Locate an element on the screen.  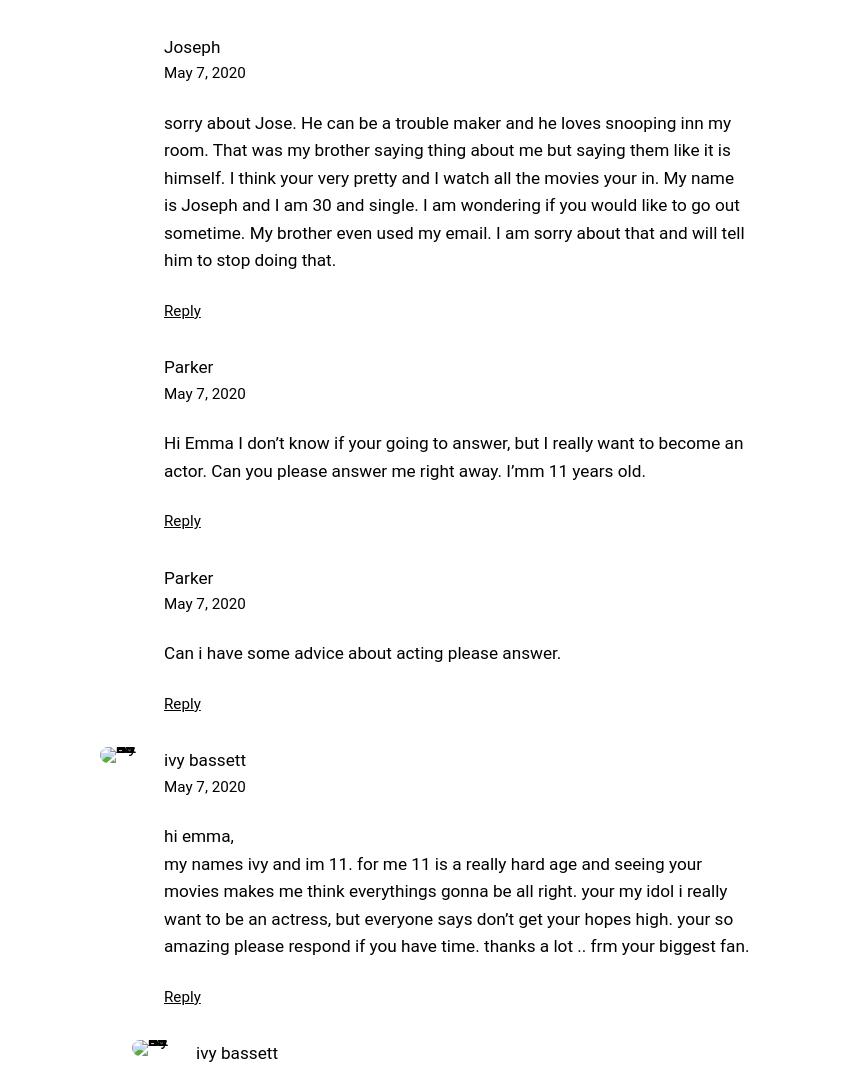
'Hi Emma I don’t know if your going to answer, but I really want to become an actor. Can you please answer me right away. I’mm 11 years old.' is located at coordinates (452, 455).